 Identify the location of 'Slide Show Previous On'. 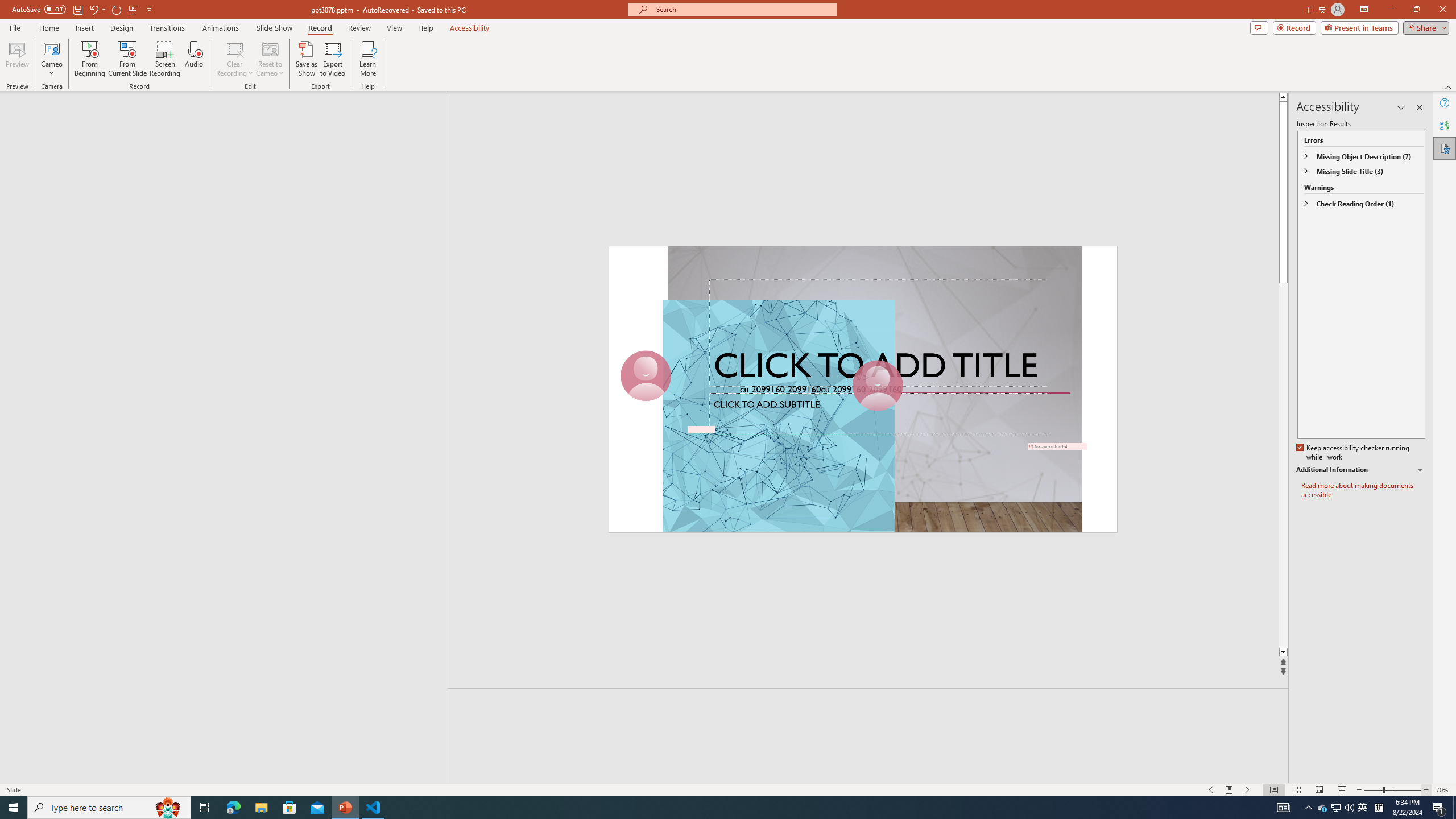
(1210, 790).